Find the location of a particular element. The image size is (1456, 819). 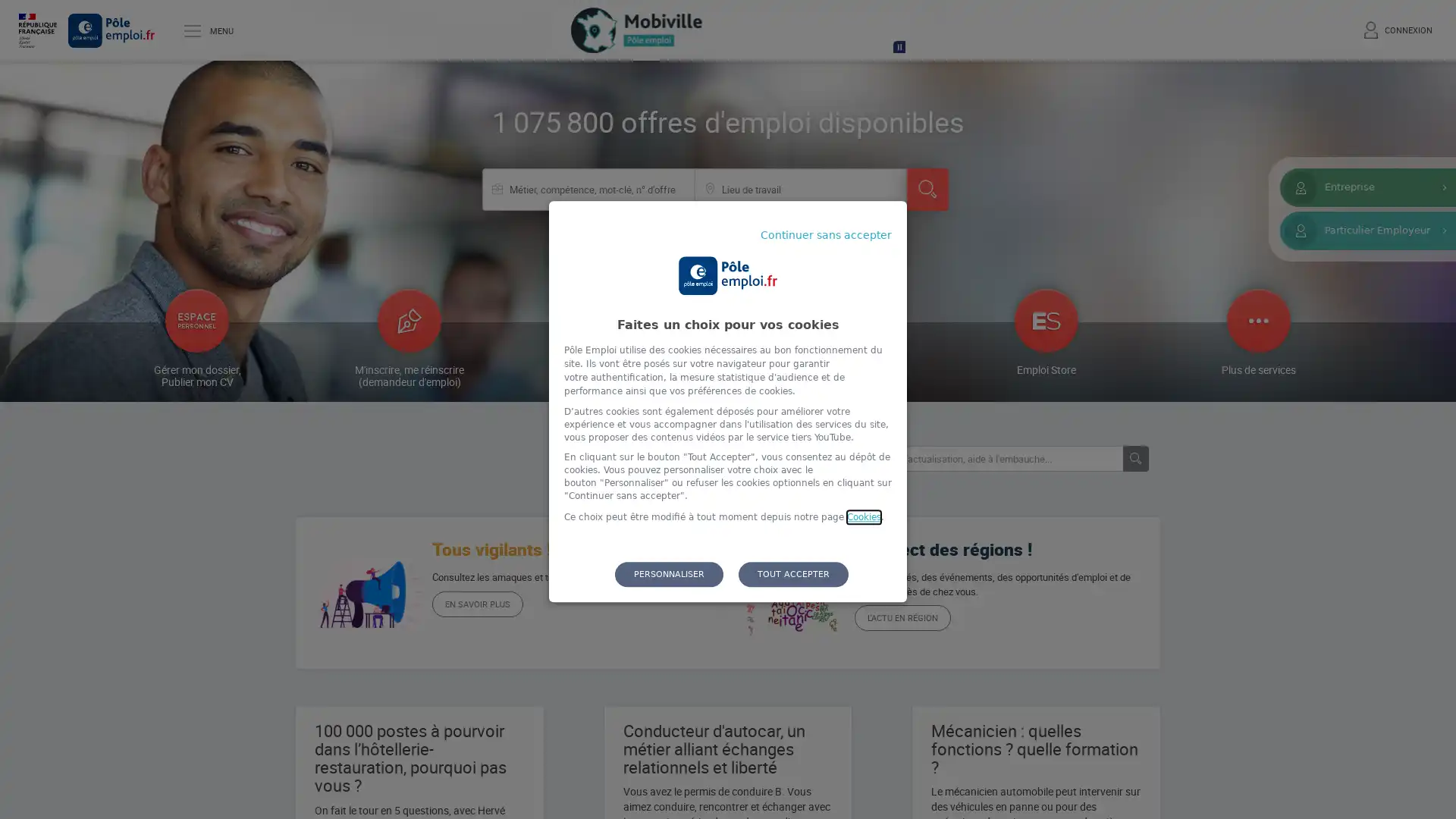

Personnaliser les parametres de confidentialite is located at coordinates (668, 573).